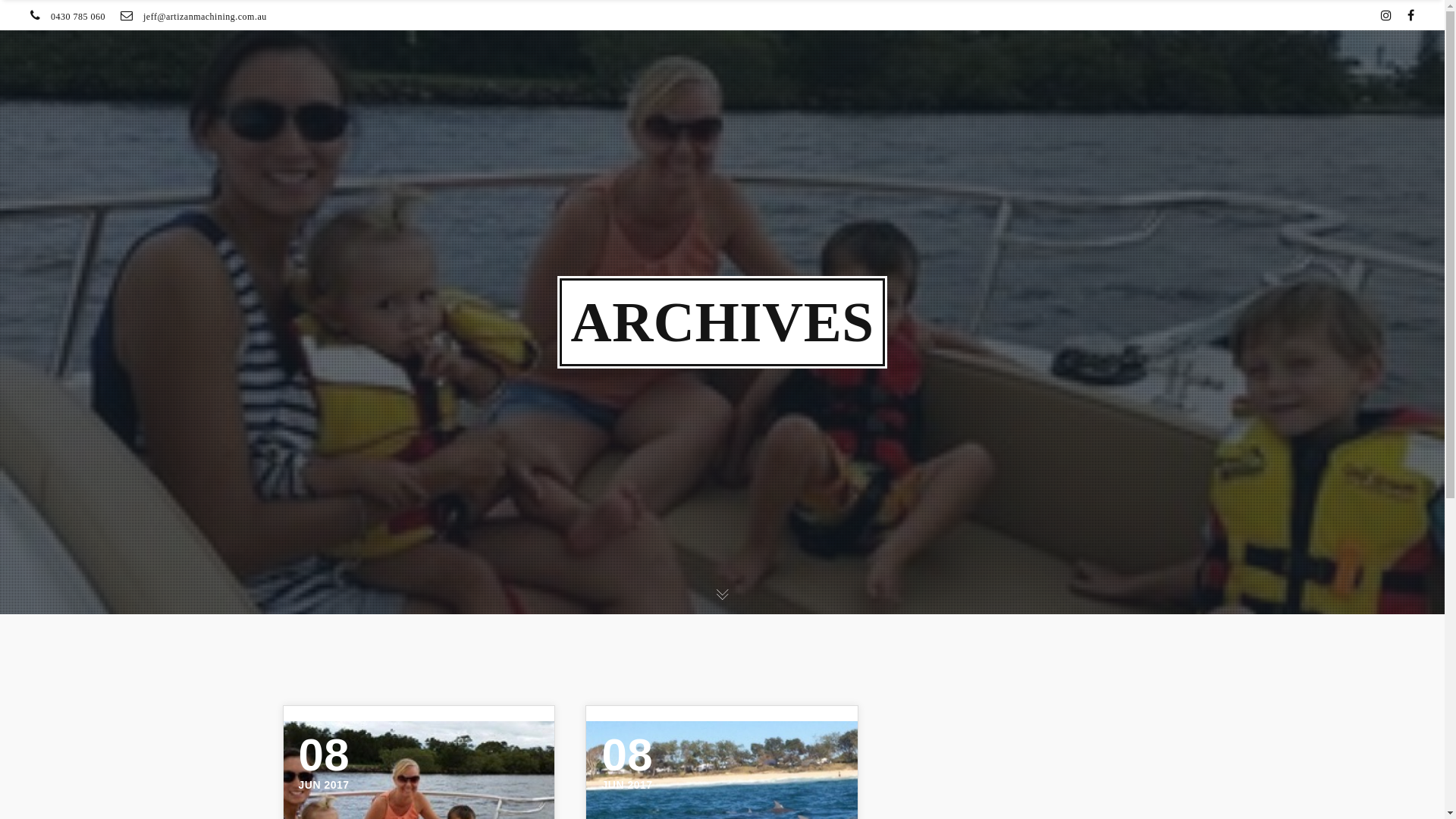  Describe the element at coordinates (204, 17) in the screenshot. I see `'jeff@artizanmachining.com.au'` at that location.